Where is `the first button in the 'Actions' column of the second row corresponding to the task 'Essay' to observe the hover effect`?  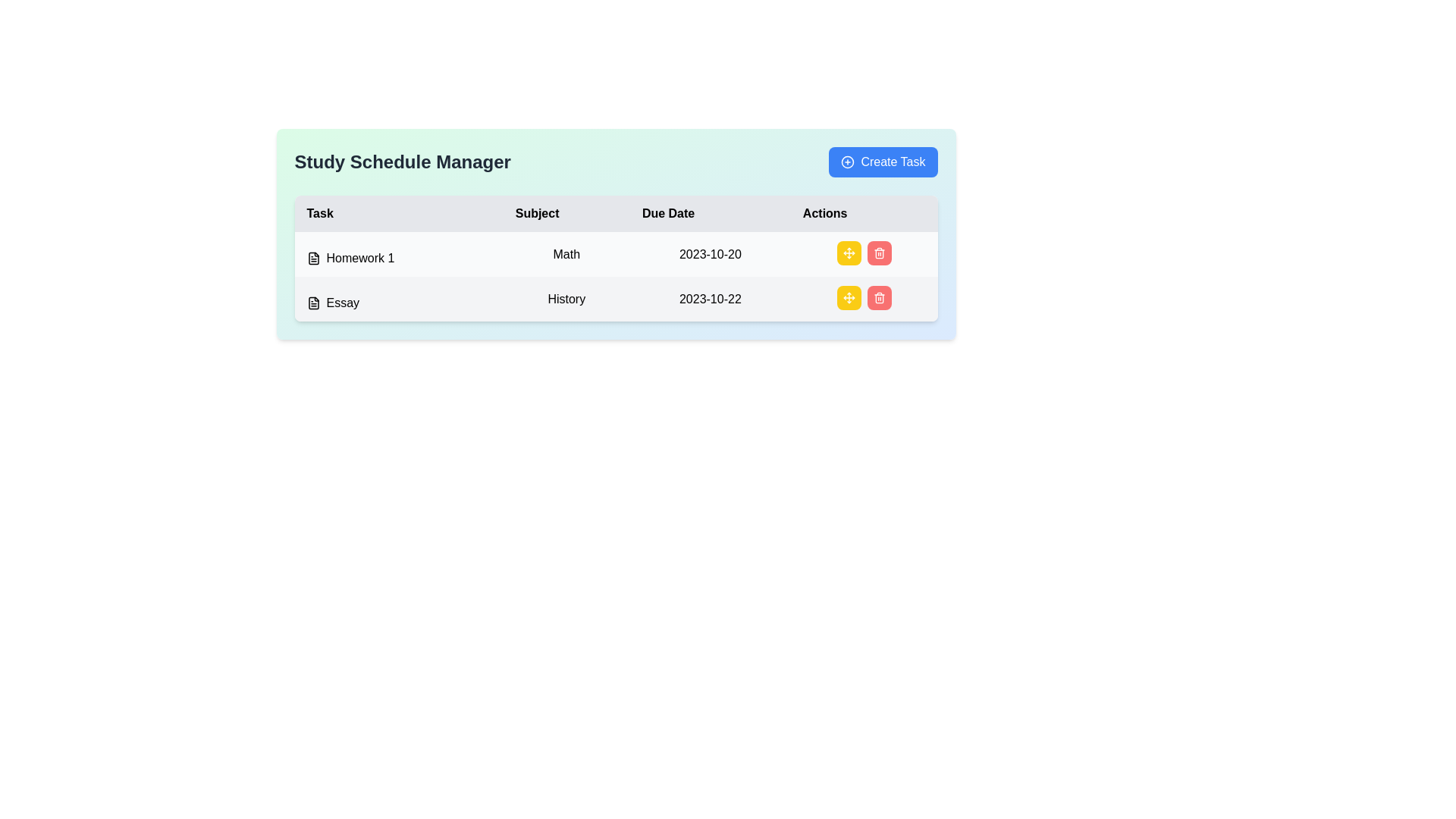
the first button in the 'Actions' column of the second row corresponding to the task 'Essay' to observe the hover effect is located at coordinates (848, 298).